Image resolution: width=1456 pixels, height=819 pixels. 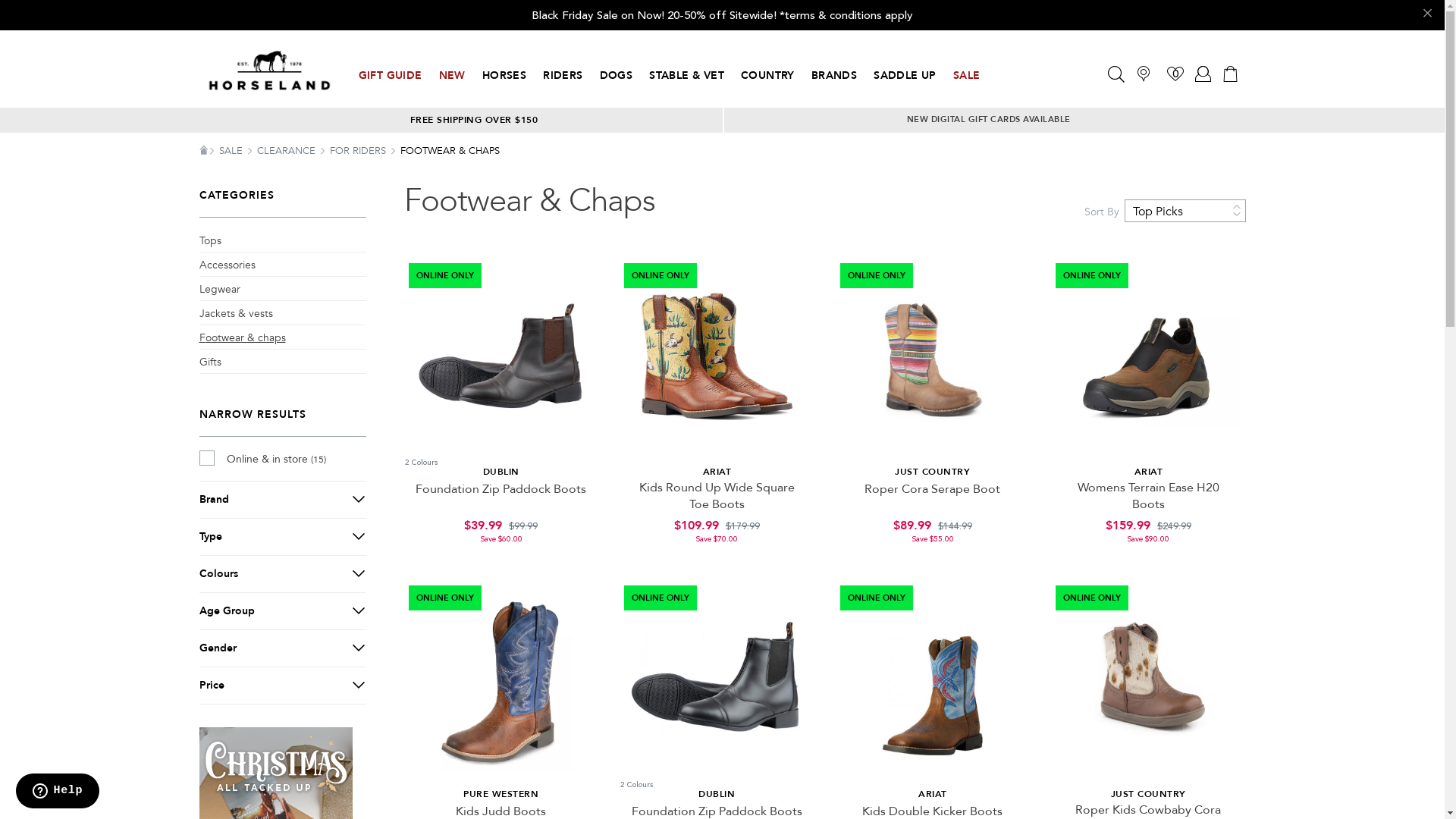 I want to click on 'Legwear', so click(x=198, y=289).